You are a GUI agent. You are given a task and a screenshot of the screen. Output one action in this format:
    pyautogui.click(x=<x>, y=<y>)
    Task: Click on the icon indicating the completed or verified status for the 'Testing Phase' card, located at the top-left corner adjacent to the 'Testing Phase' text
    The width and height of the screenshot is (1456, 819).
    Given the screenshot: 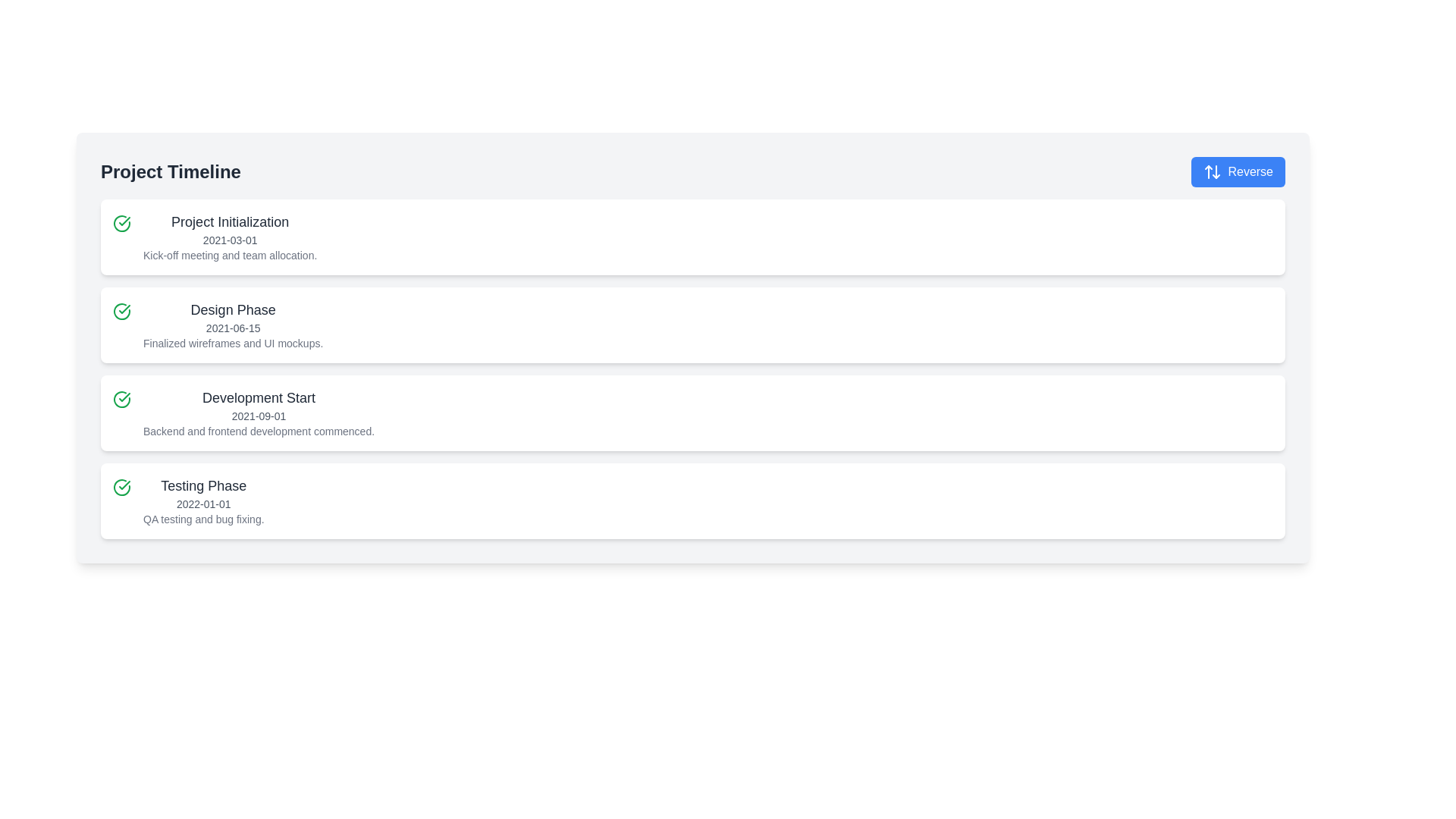 What is the action you would take?
    pyautogui.click(x=122, y=488)
    